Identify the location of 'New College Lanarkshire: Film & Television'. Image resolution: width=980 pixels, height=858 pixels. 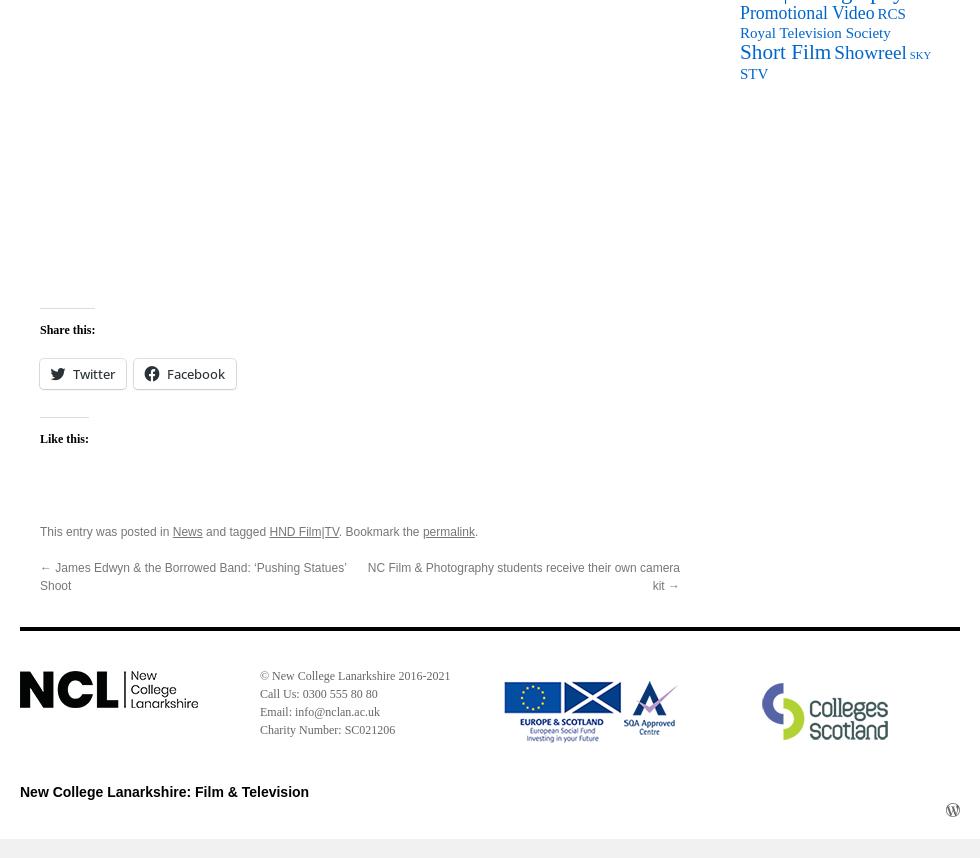
(164, 792).